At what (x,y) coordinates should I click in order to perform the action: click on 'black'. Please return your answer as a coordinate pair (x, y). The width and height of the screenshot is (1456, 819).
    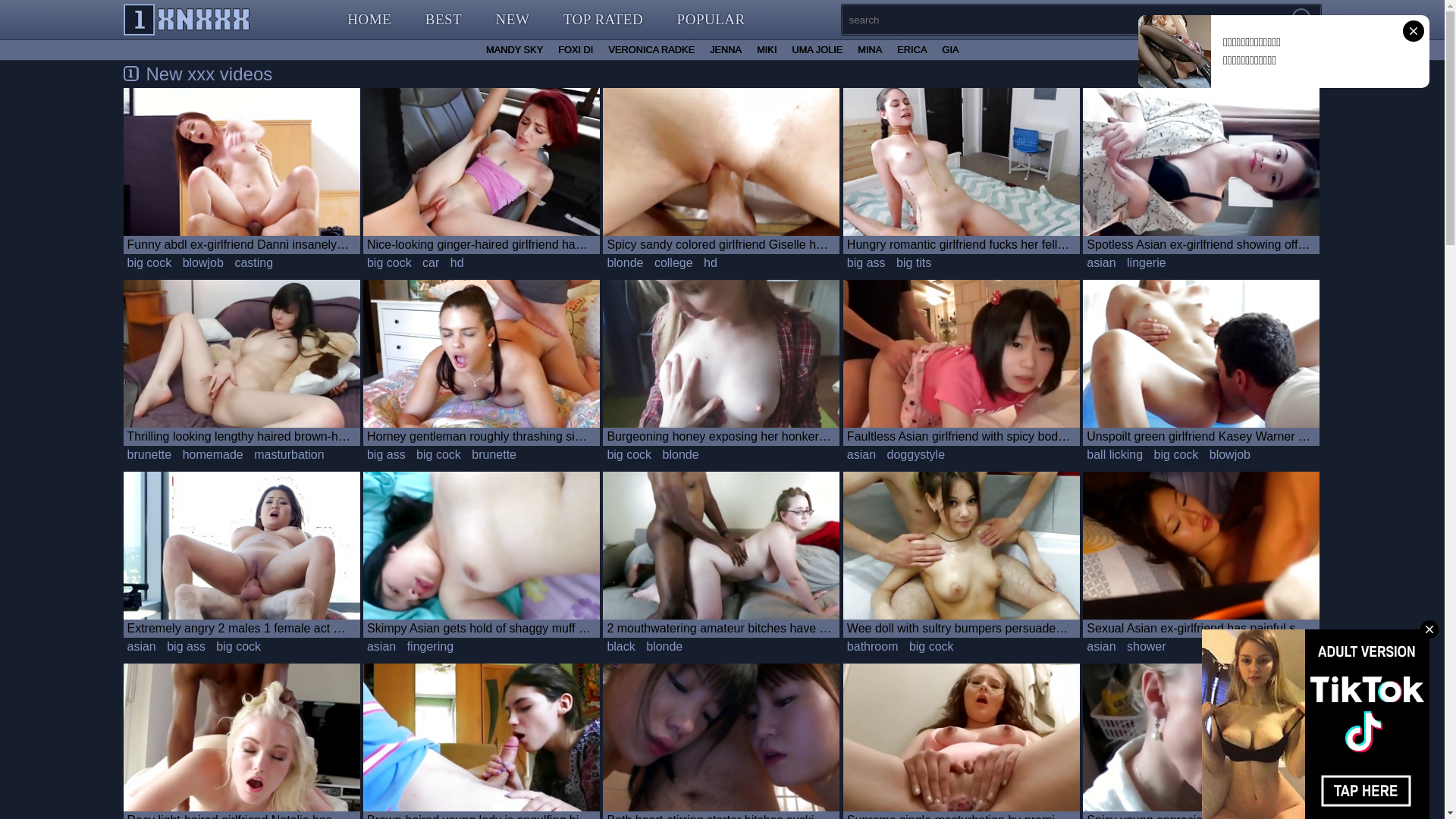
    Looking at the image, I should click on (602, 646).